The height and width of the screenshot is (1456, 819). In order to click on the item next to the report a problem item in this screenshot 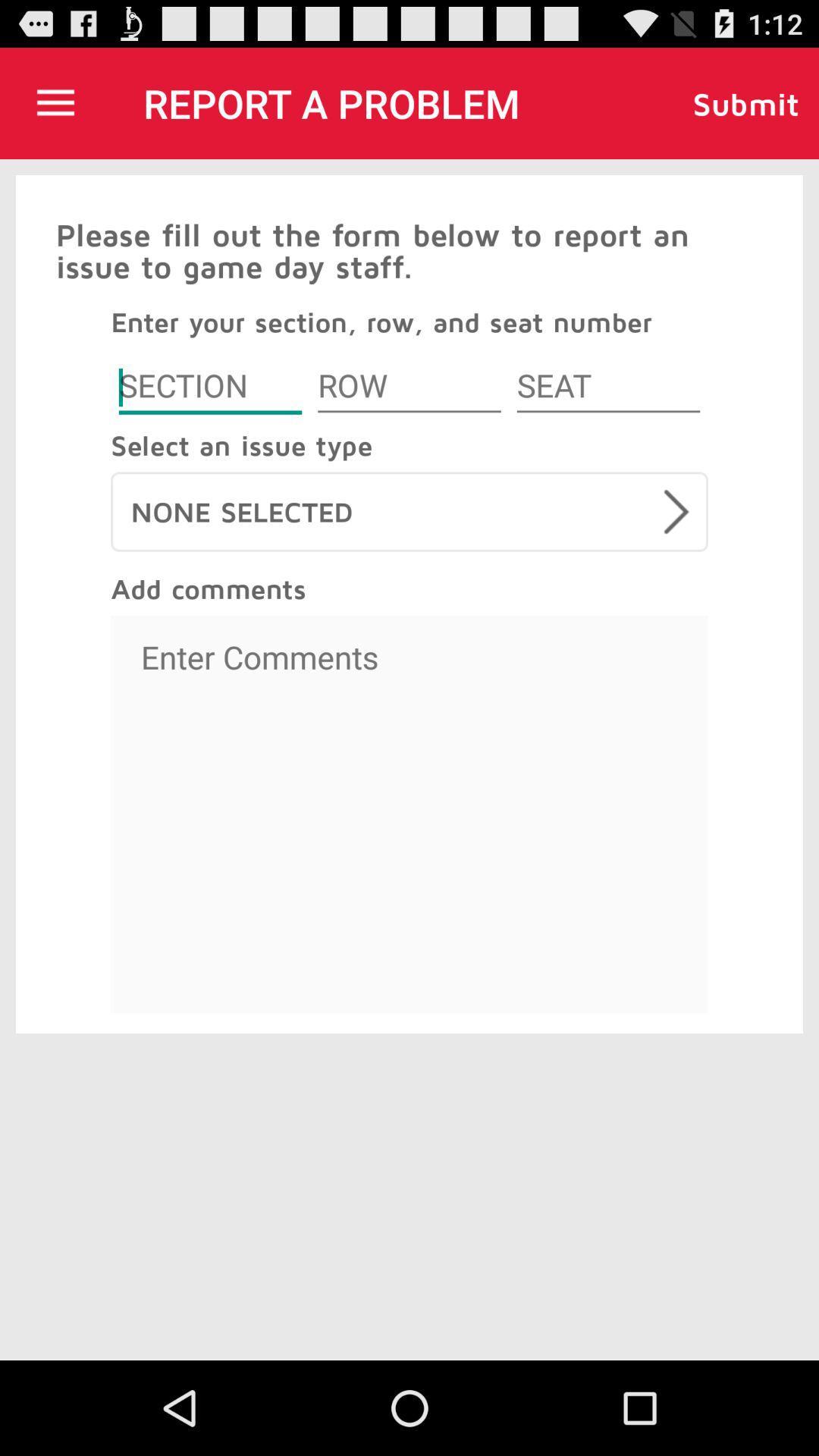, I will do `click(55, 102)`.